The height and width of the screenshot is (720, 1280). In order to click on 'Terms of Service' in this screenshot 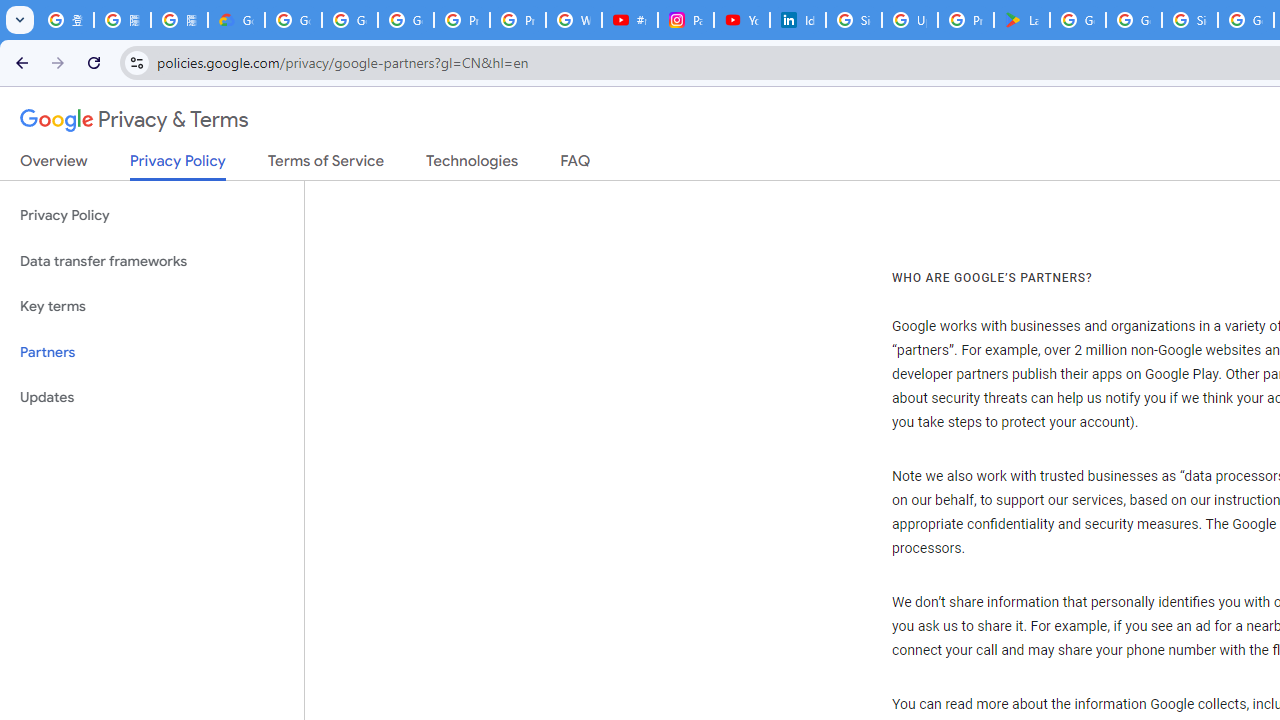, I will do `click(326, 164)`.